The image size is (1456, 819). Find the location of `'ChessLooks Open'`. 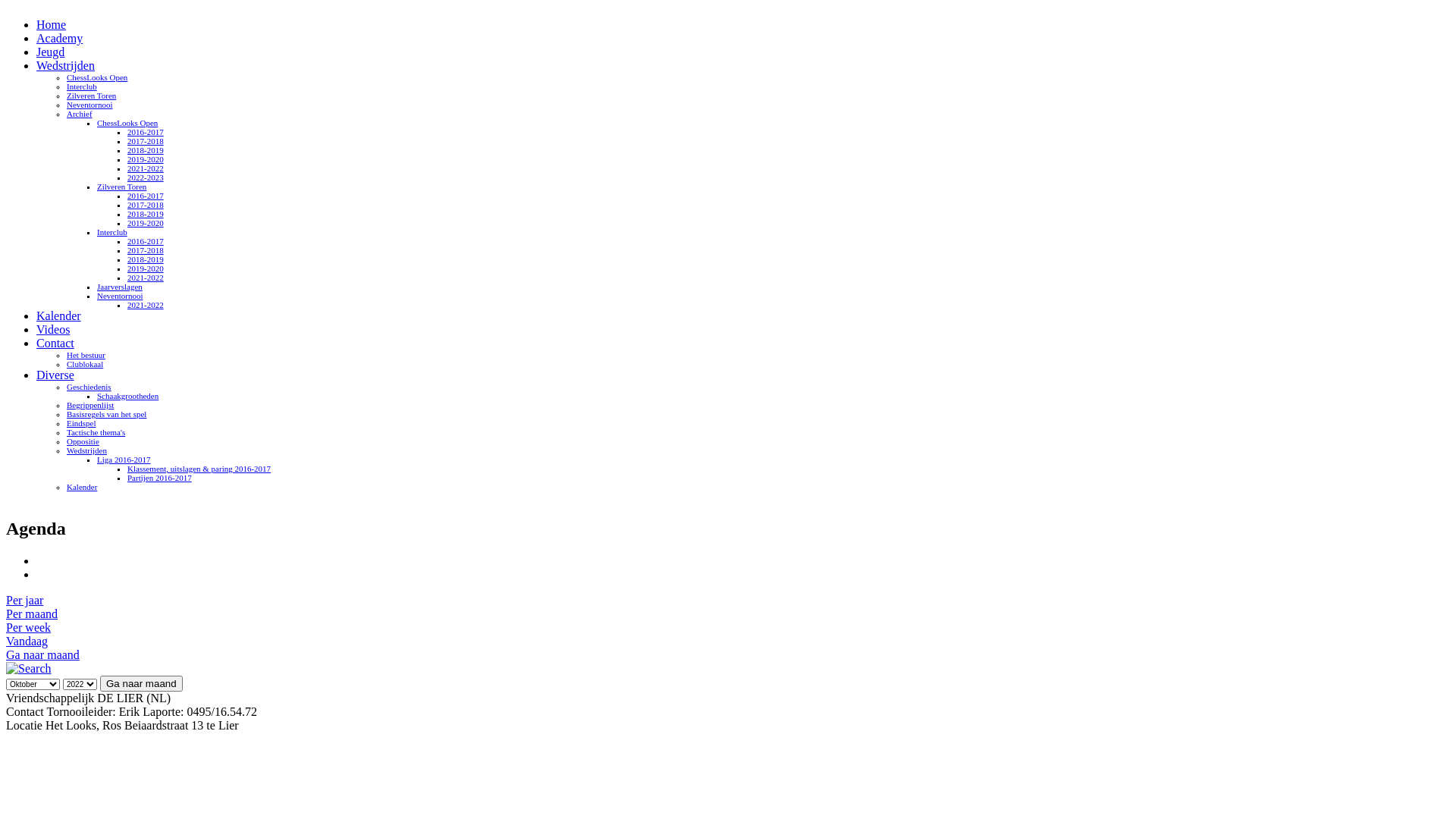

'ChessLooks Open' is located at coordinates (96, 77).